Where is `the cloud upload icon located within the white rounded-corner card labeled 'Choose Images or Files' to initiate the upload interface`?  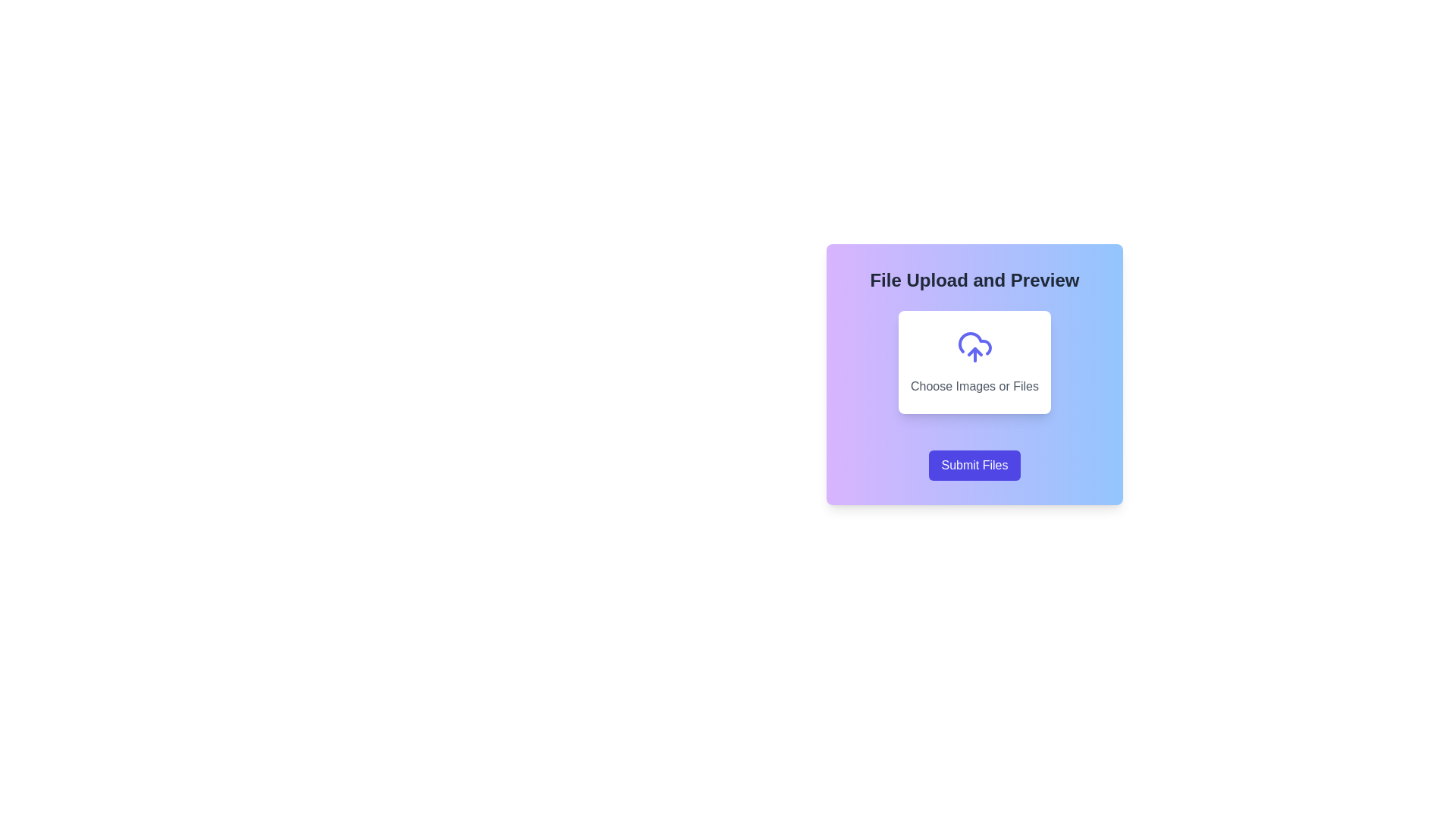
the cloud upload icon located within the white rounded-corner card labeled 'Choose Images or Files' to initiate the upload interface is located at coordinates (974, 347).